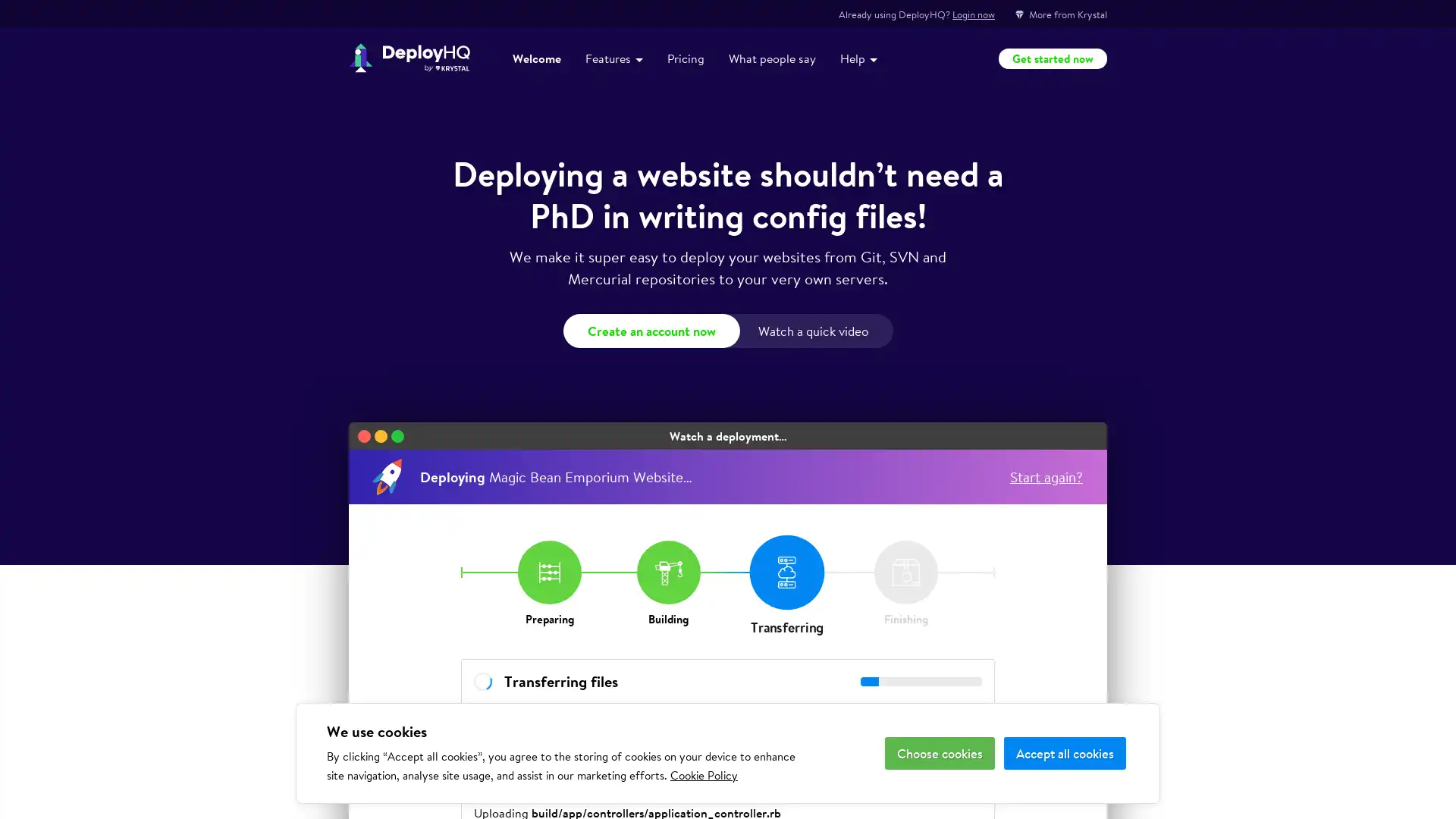 Image resolution: width=1456 pixels, height=819 pixels. Describe the element at coordinates (939, 753) in the screenshot. I see `Choose cookies` at that location.